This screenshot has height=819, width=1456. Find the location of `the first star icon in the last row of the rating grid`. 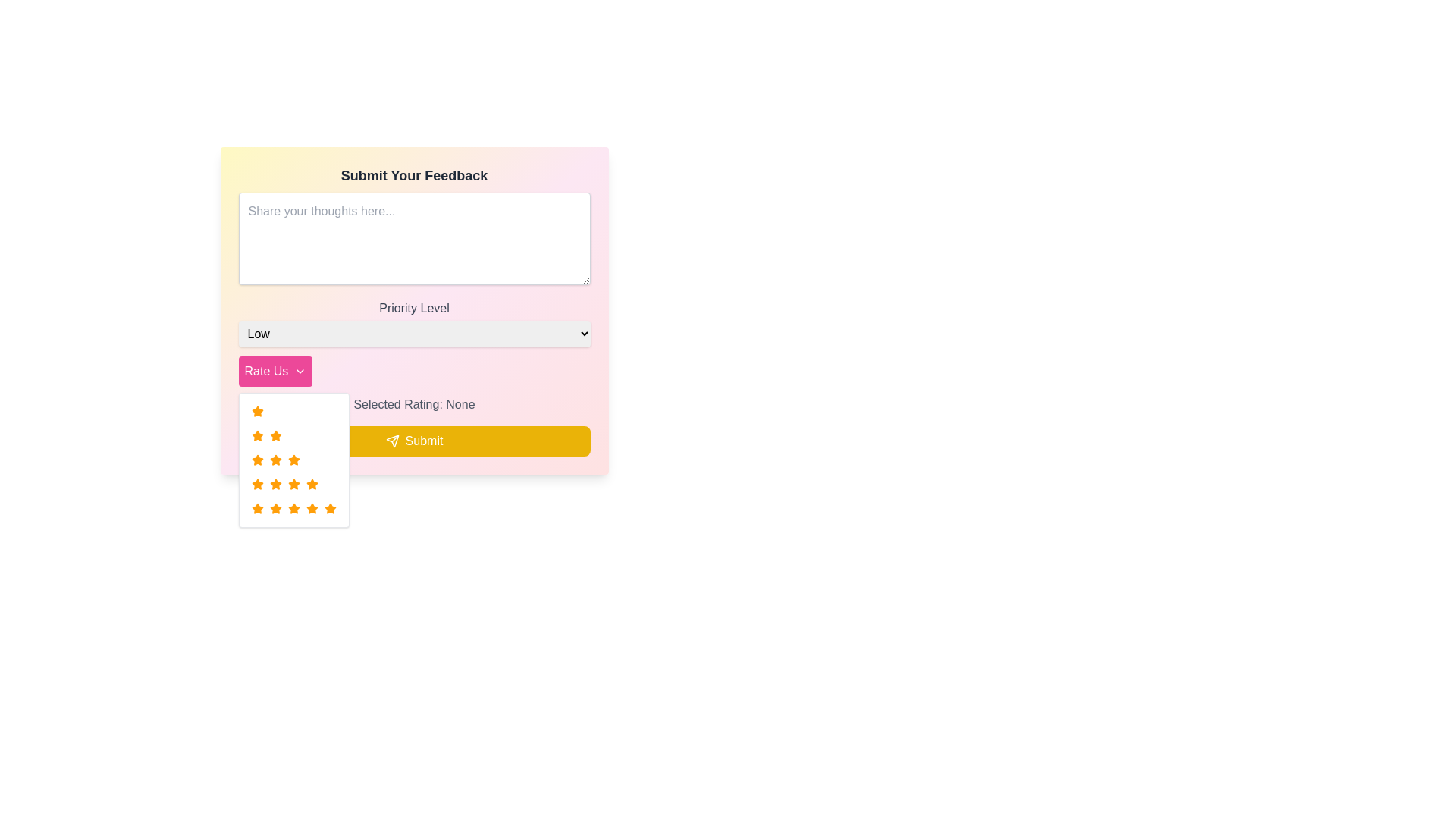

the first star icon in the last row of the rating grid is located at coordinates (293, 459).